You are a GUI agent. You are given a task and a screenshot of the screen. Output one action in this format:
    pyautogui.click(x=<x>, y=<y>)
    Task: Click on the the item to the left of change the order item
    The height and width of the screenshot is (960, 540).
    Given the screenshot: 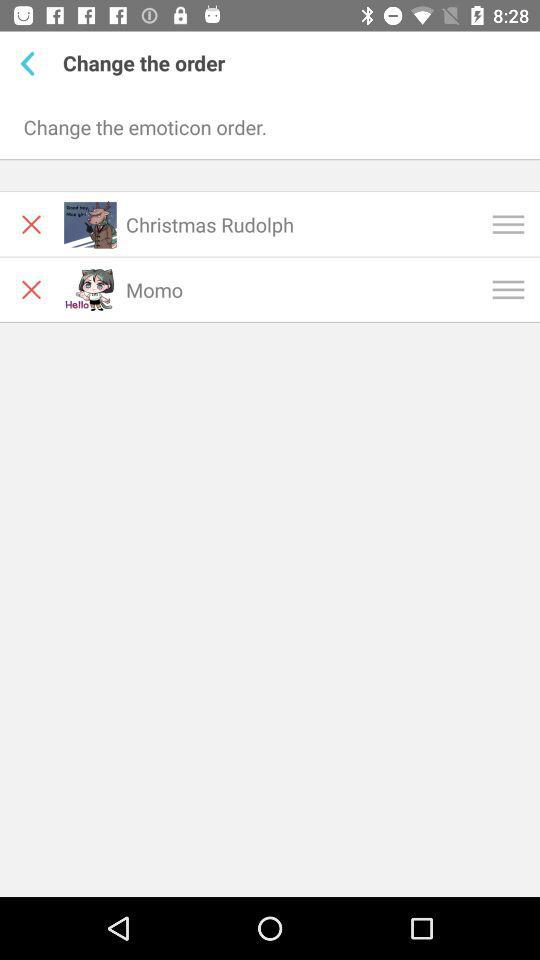 What is the action you would take?
    pyautogui.click(x=30, y=63)
    